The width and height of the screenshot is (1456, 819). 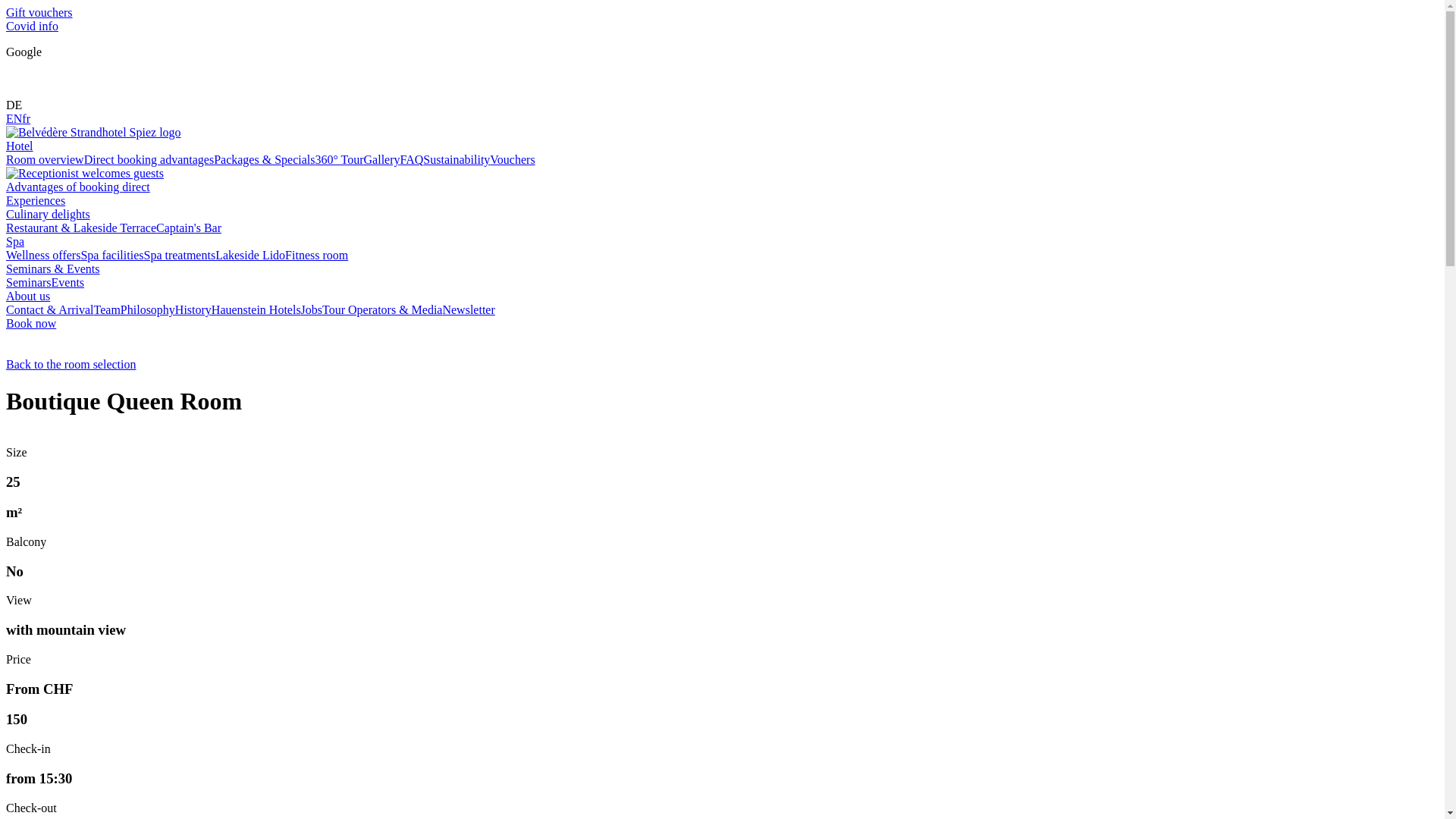 What do you see at coordinates (6, 309) in the screenshot?
I see `'Contact & Arrival'` at bounding box center [6, 309].